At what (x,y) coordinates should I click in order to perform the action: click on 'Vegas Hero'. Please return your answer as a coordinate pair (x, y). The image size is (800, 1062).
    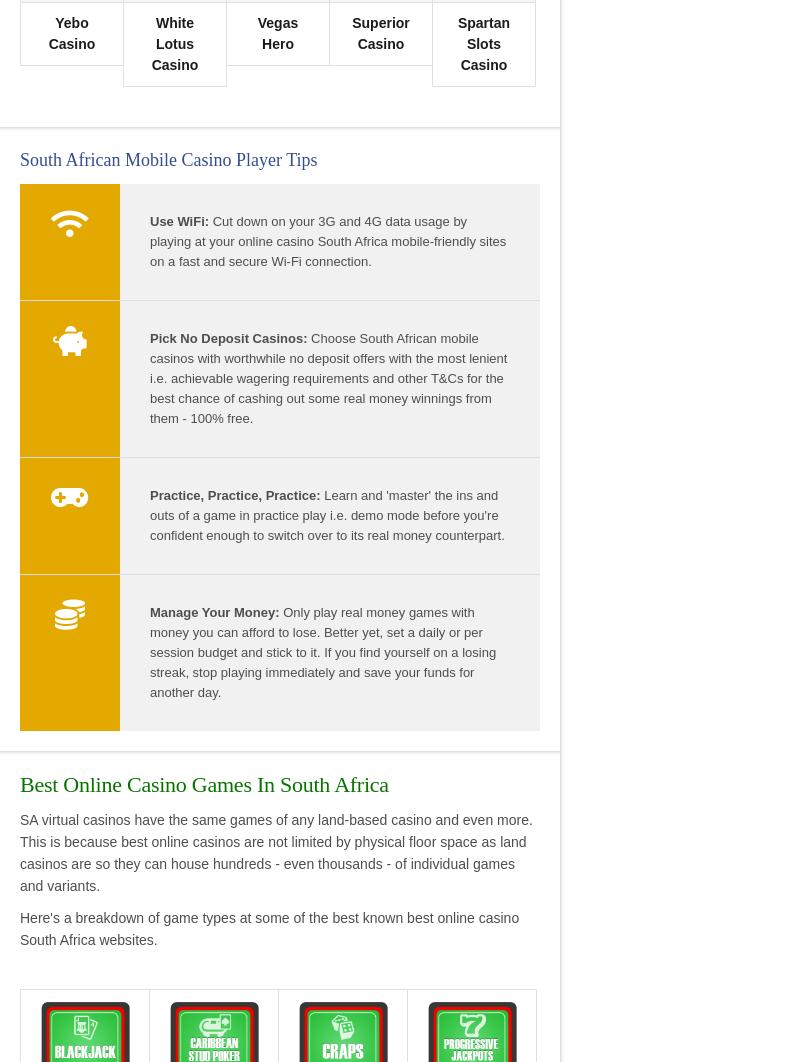
    Looking at the image, I should click on (277, 32).